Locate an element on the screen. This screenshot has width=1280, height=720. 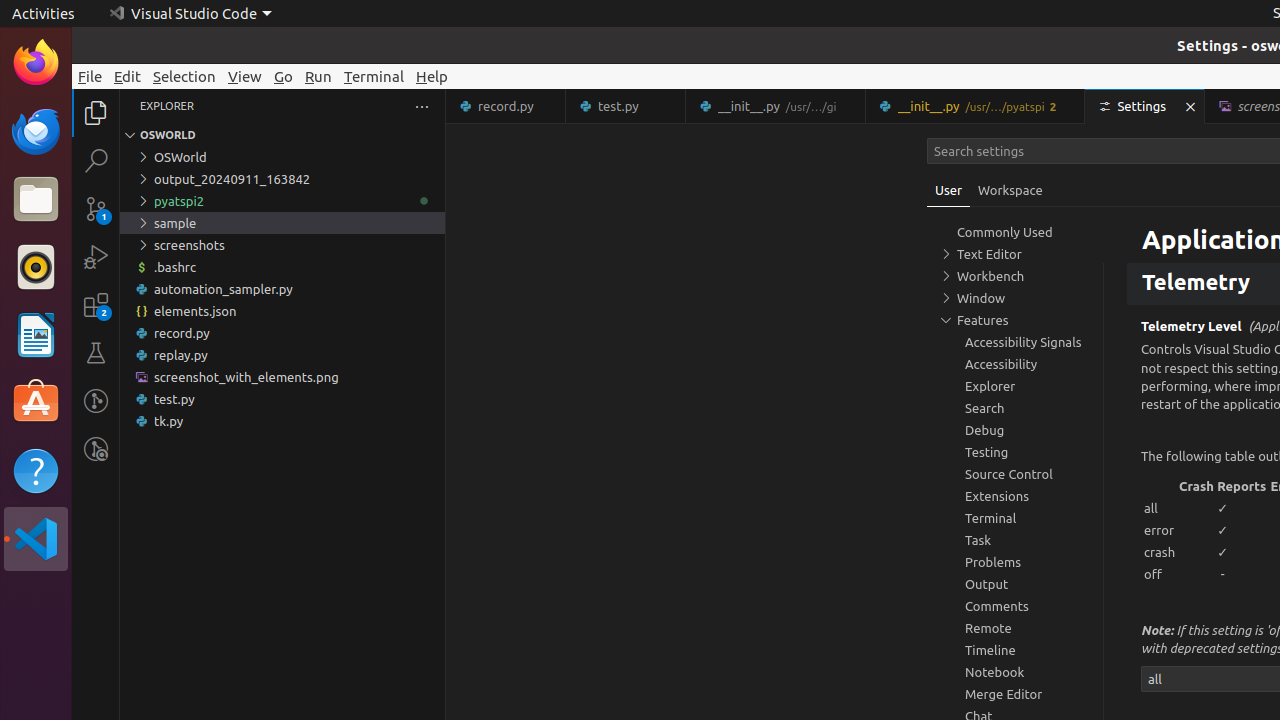
'Run' is located at coordinates (317, 75).